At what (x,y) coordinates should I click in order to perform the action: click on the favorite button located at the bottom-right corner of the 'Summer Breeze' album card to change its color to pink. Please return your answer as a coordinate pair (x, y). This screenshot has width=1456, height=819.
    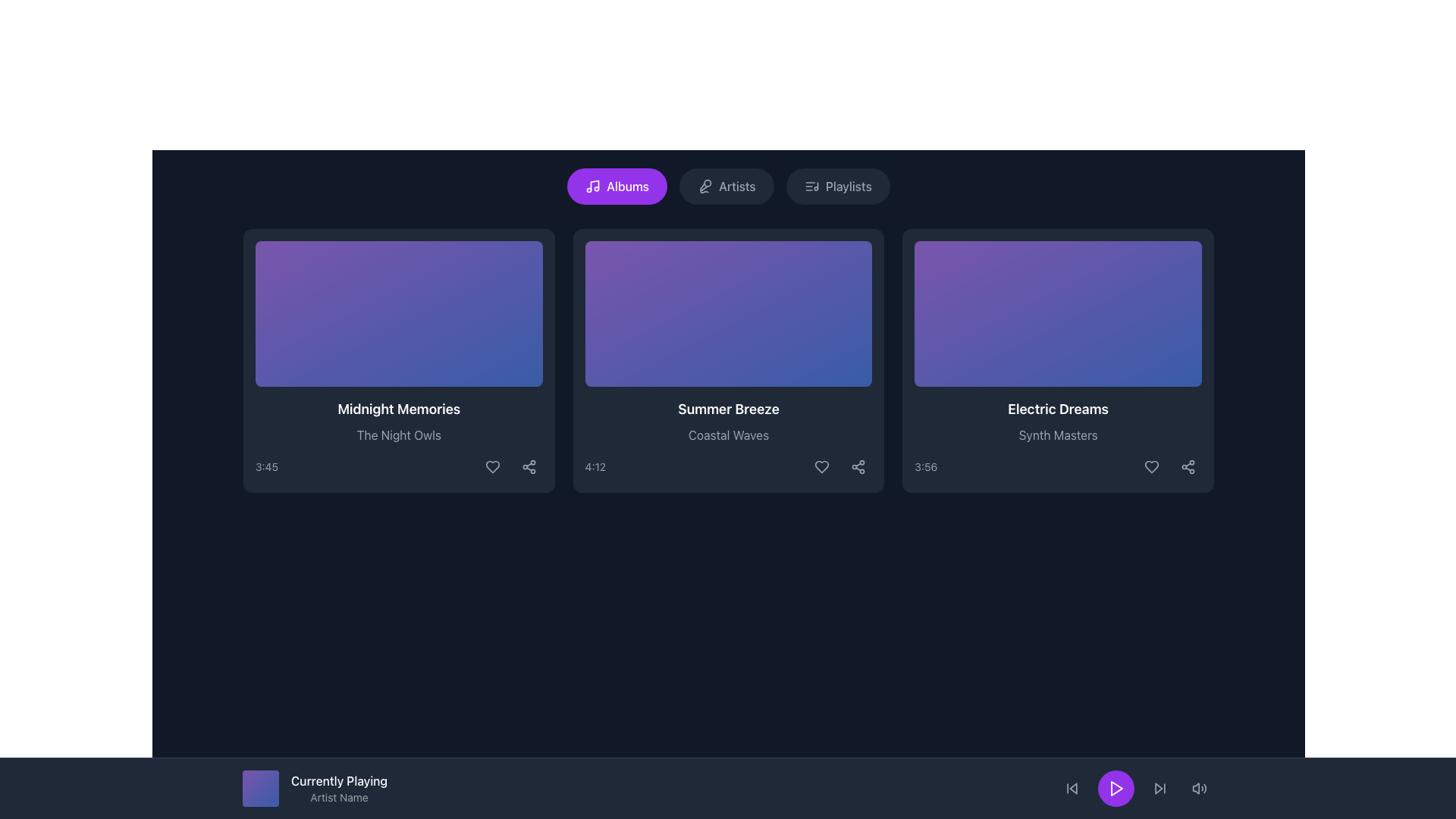
    Looking at the image, I should click on (821, 466).